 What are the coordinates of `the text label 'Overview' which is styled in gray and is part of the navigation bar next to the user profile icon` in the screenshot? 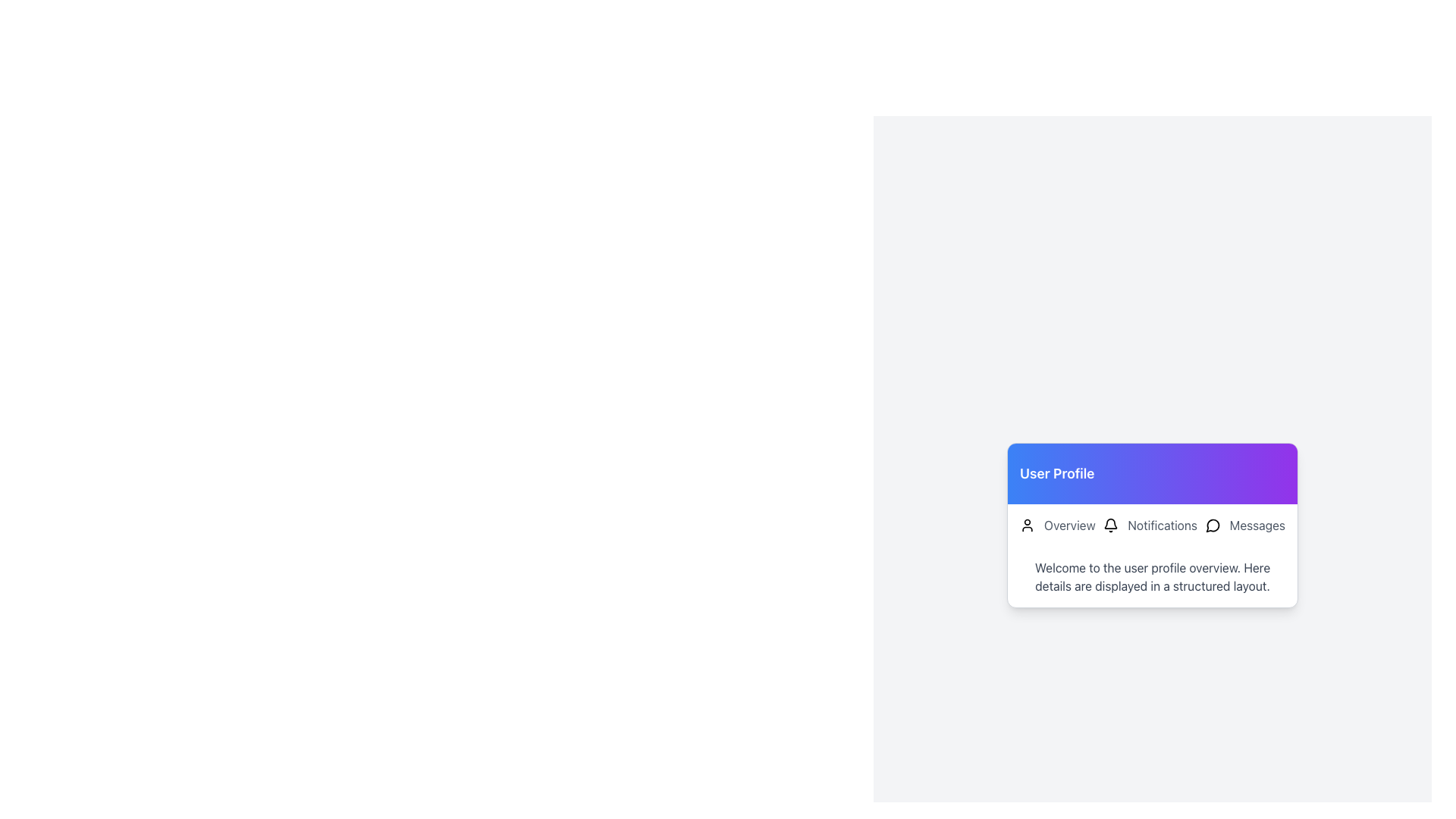 It's located at (1068, 525).